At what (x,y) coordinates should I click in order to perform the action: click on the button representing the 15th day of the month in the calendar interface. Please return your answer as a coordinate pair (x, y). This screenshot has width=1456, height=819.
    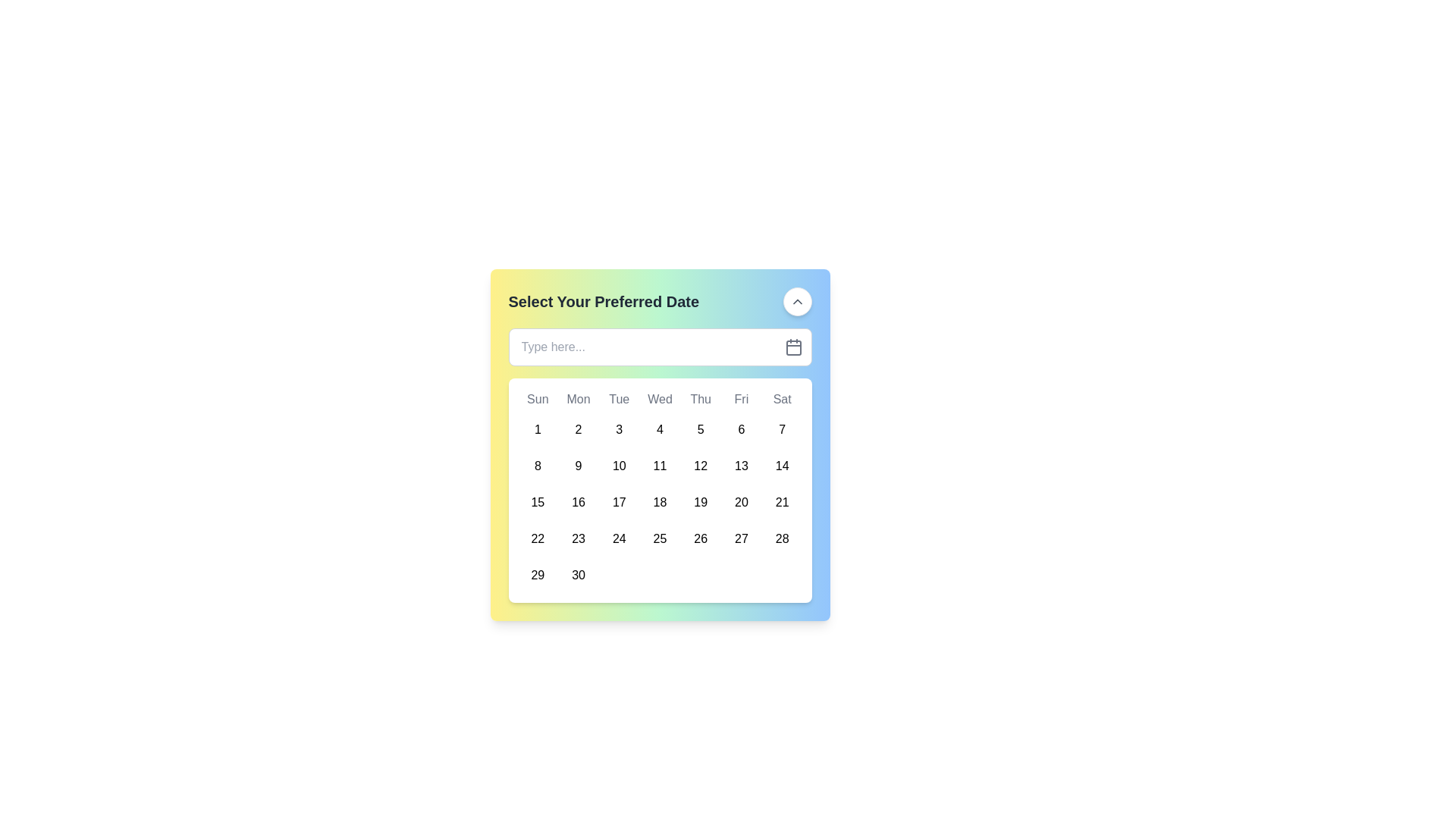
    Looking at the image, I should click on (538, 503).